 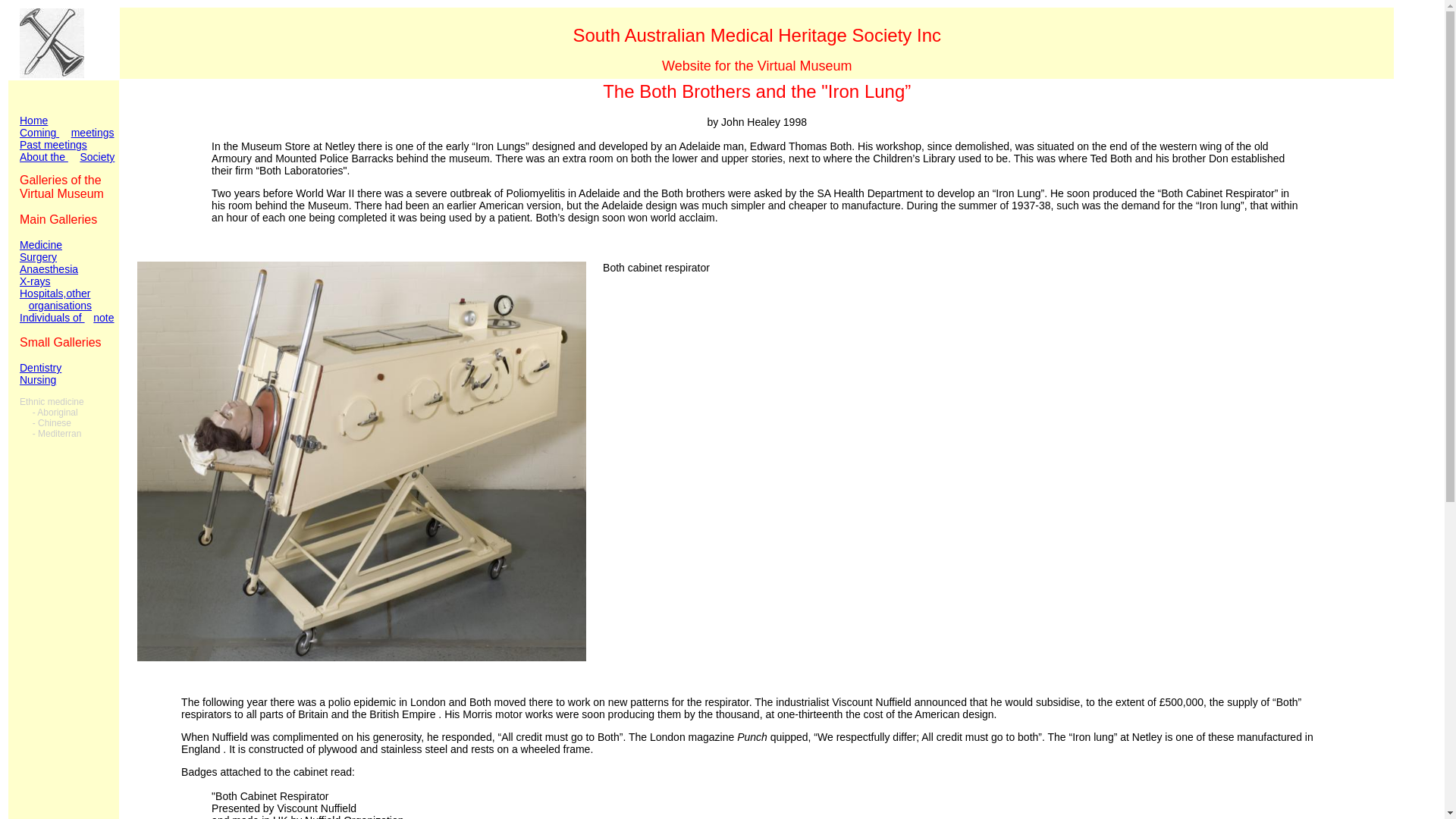 I want to click on 'About the', so click(x=19, y=163).